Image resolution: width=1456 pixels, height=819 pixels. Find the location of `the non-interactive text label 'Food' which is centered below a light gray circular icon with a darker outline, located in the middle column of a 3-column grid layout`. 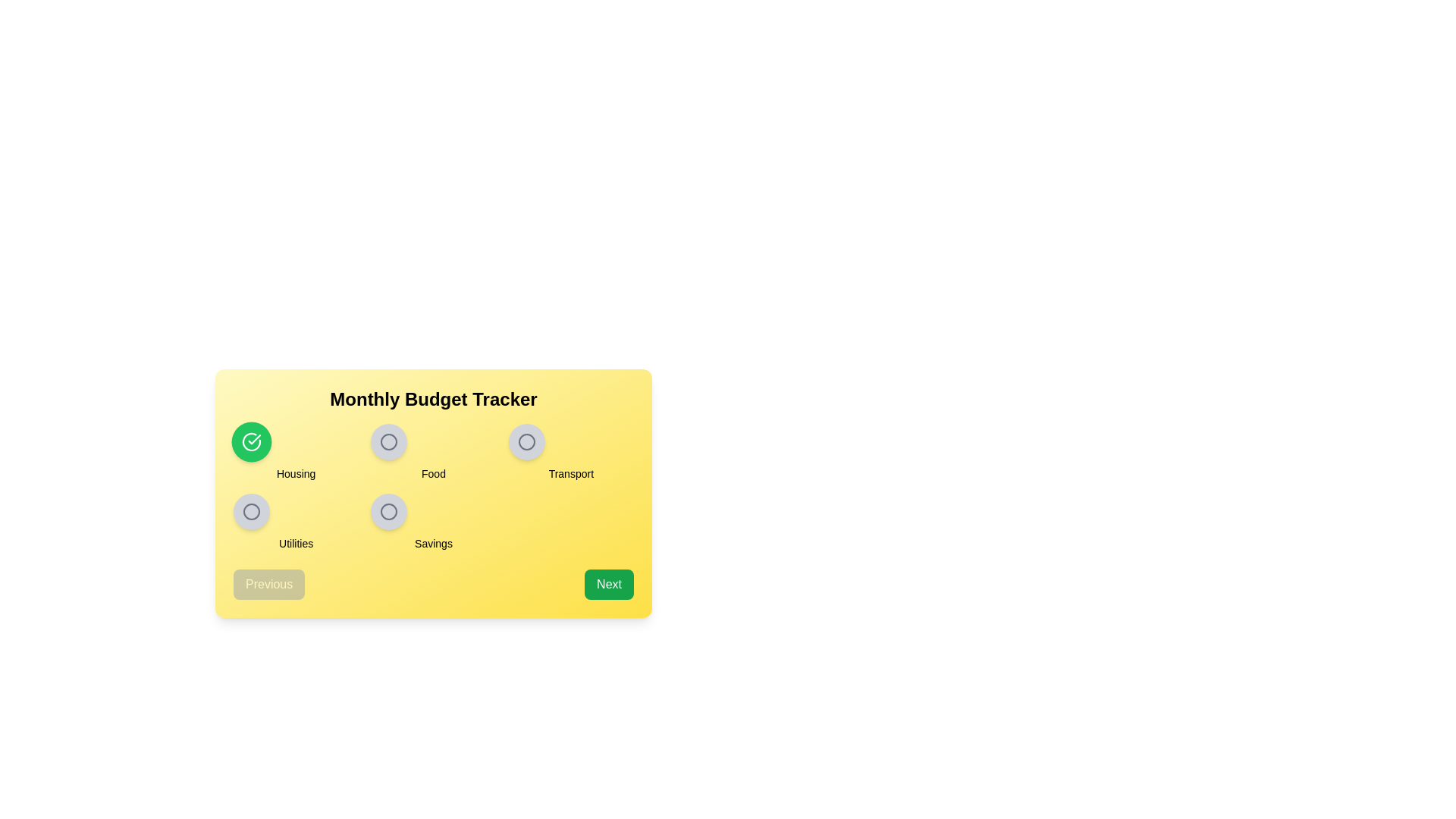

the non-interactive text label 'Food' which is centered below a light gray circular icon with a darker outline, located in the middle column of a 3-column grid layout is located at coordinates (432, 452).